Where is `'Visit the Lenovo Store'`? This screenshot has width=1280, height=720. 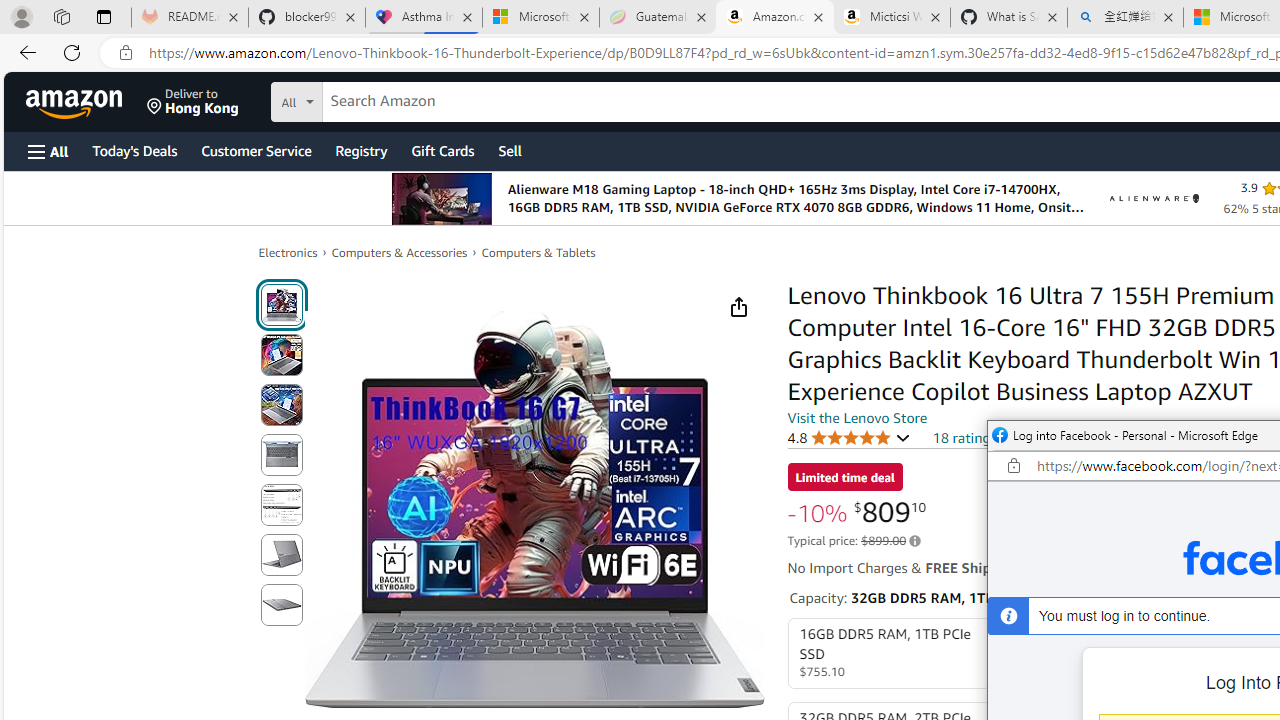
'Visit the Lenovo Store' is located at coordinates (857, 416).